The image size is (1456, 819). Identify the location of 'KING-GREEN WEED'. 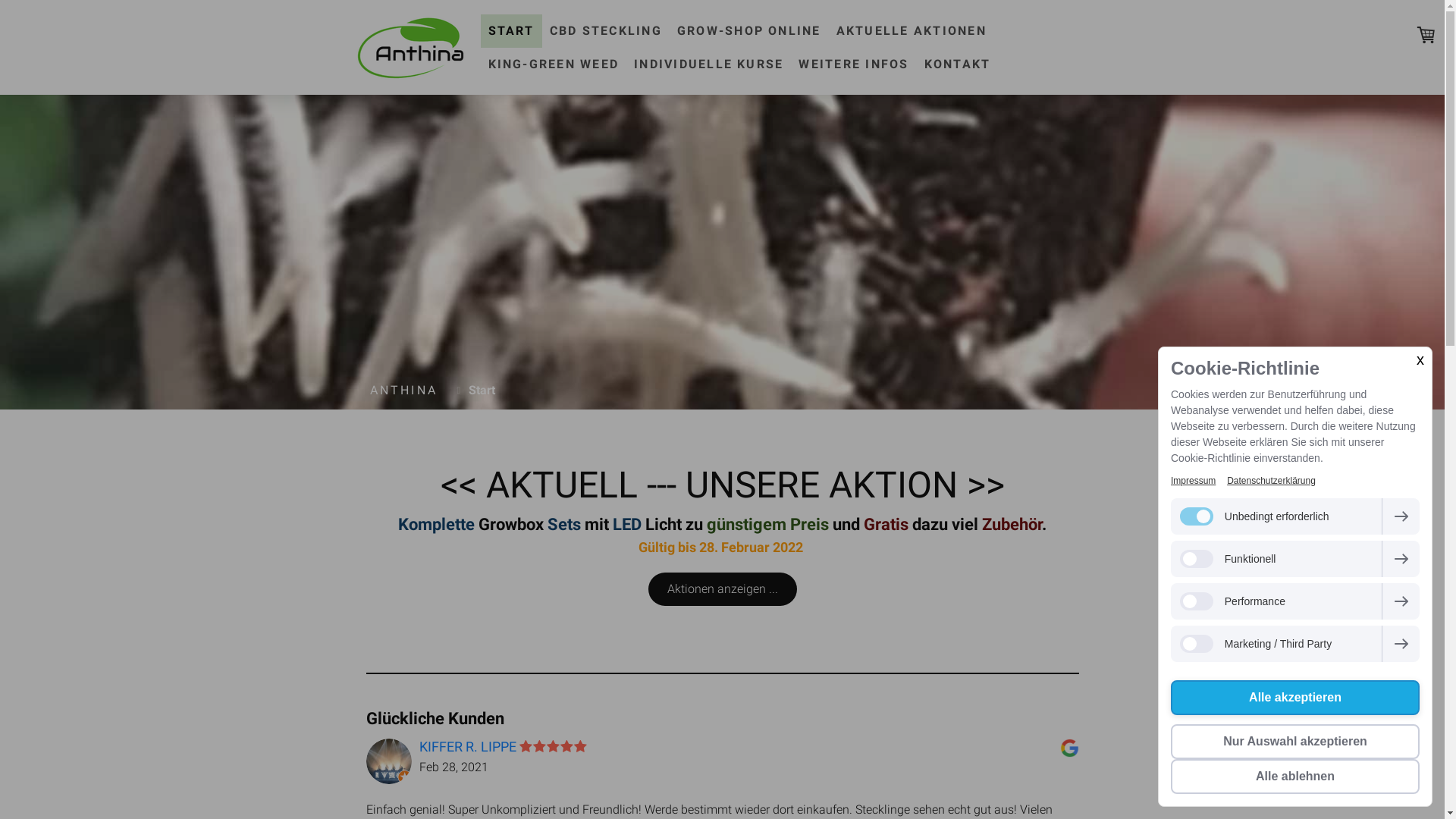
(553, 63).